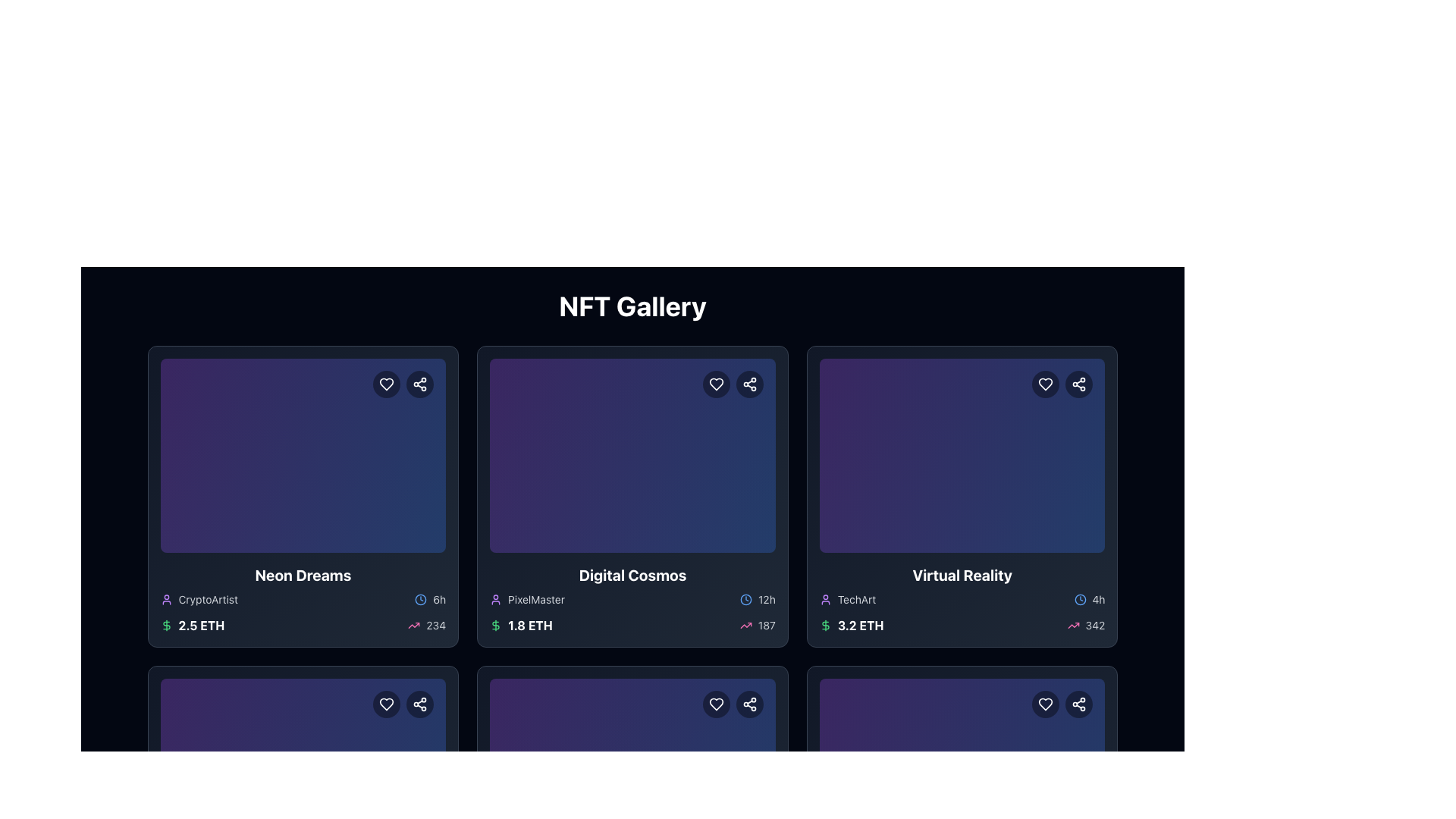  I want to click on the circular clock-like icon with a neutral gray outline located at the top-right corner of the 'Digital Cosmos' card, so click(745, 598).